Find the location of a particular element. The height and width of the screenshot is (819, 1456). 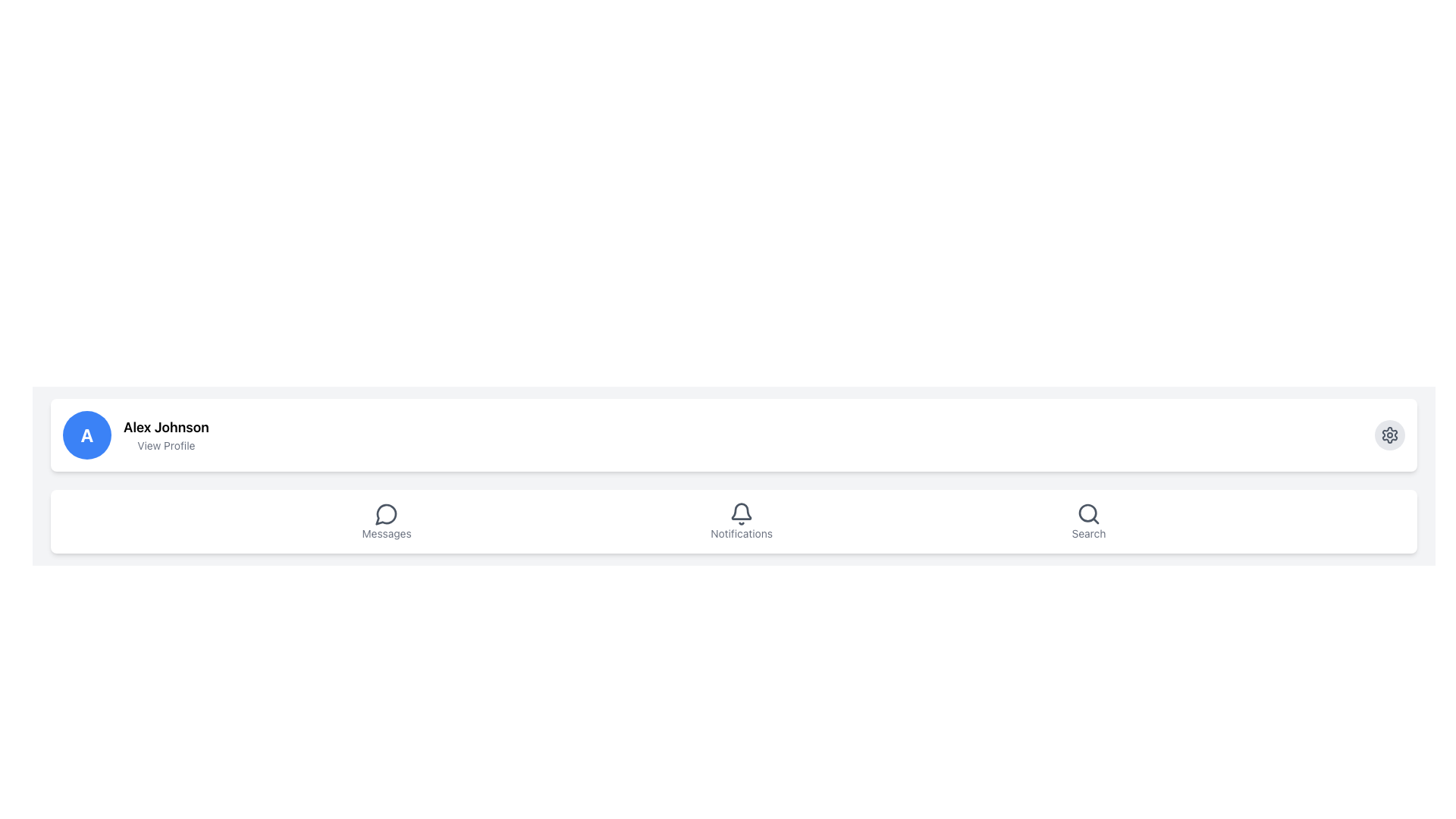

the speech bubble-shaped icon with a gray color and rounded outline, located in the second position of the horizontal navigation bar above the 'Messages' text label is located at coordinates (387, 513).